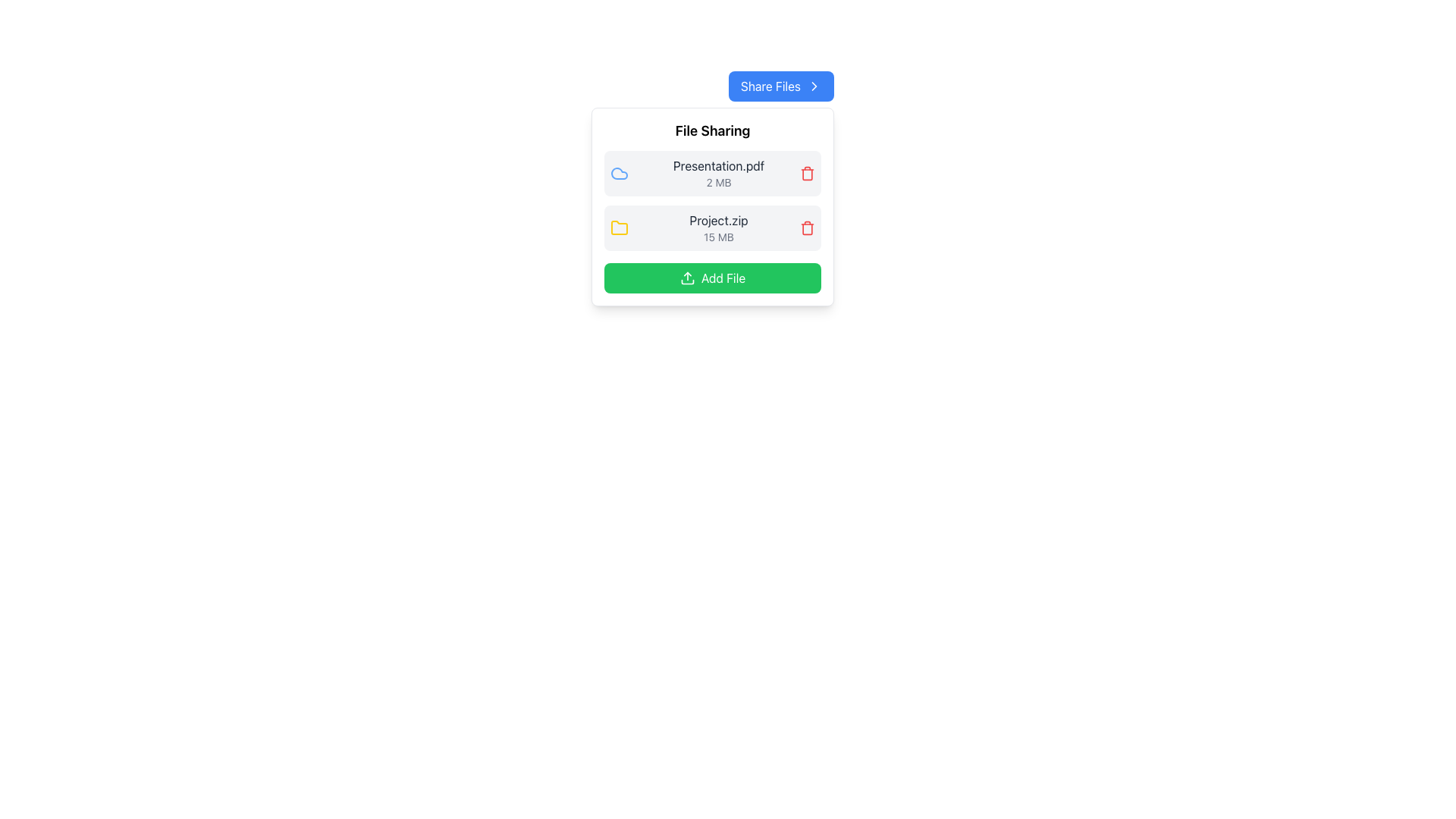 The image size is (1456, 819). Describe the element at coordinates (718, 166) in the screenshot. I see `text content of the text label displaying the filename 'Presentation.pdf' located in the uppermost file entry of the file-sharing interface` at that location.